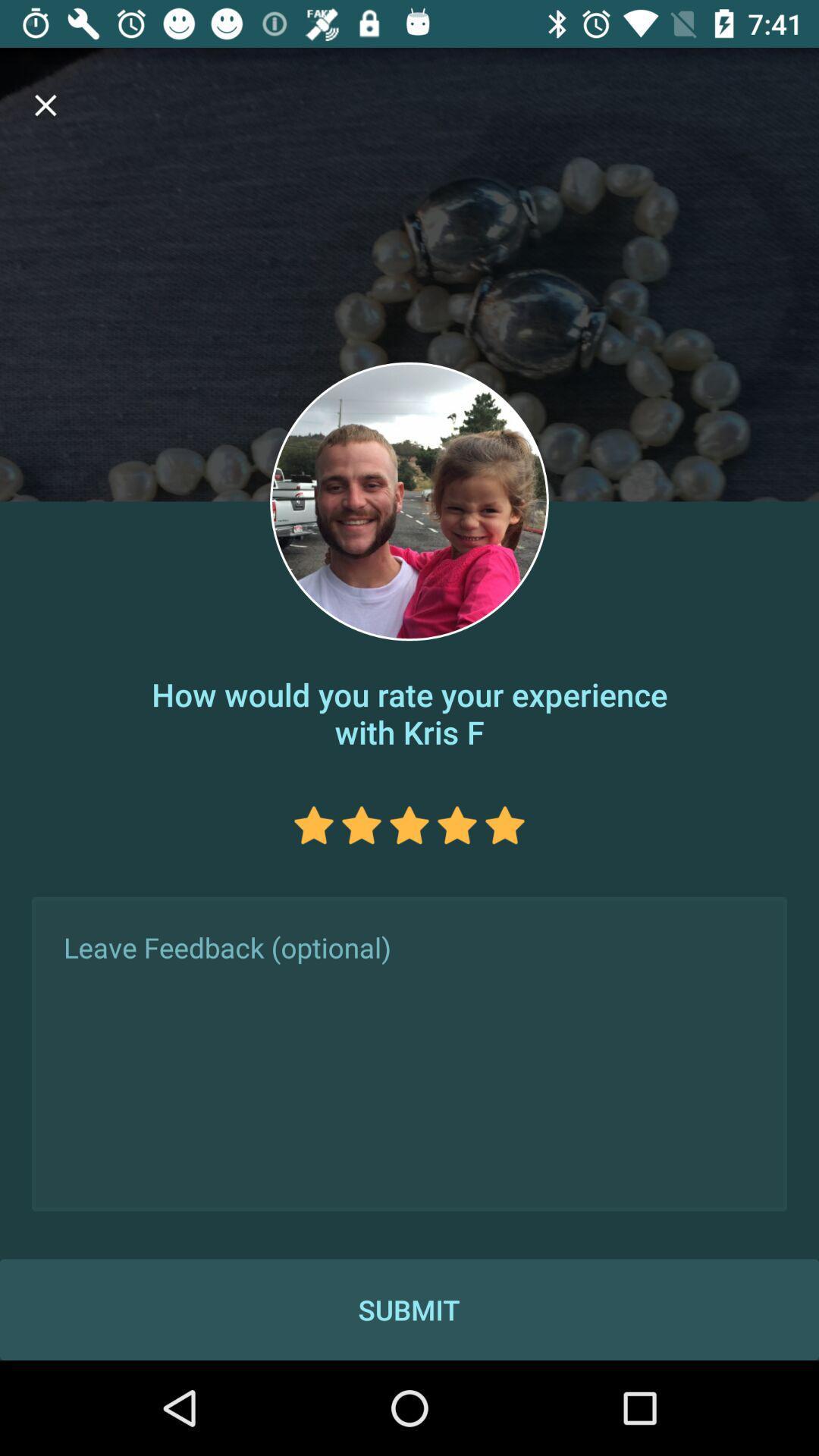 Image resolution: width=819 pixels, height=1456 pixels. What do you see at coordinates (505, 824) in the screenshot?
I see `the star icon` at bounding box center [505, 824].